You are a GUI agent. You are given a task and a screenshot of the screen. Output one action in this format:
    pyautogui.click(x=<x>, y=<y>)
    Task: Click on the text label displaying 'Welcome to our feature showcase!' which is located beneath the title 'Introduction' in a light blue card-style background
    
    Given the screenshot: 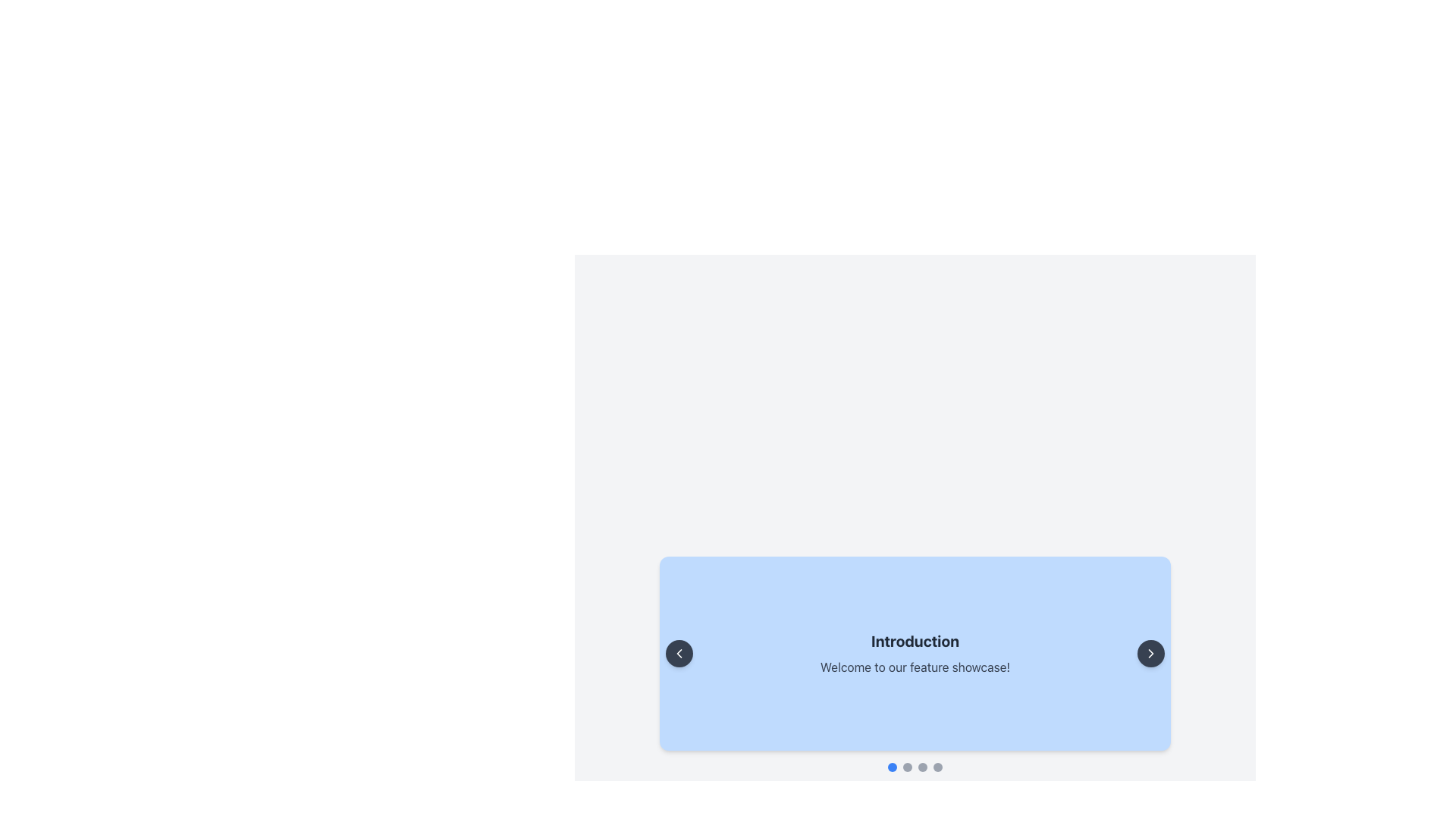 What is the action you would take?
    pyautogui.click(x=914, y=666)
    